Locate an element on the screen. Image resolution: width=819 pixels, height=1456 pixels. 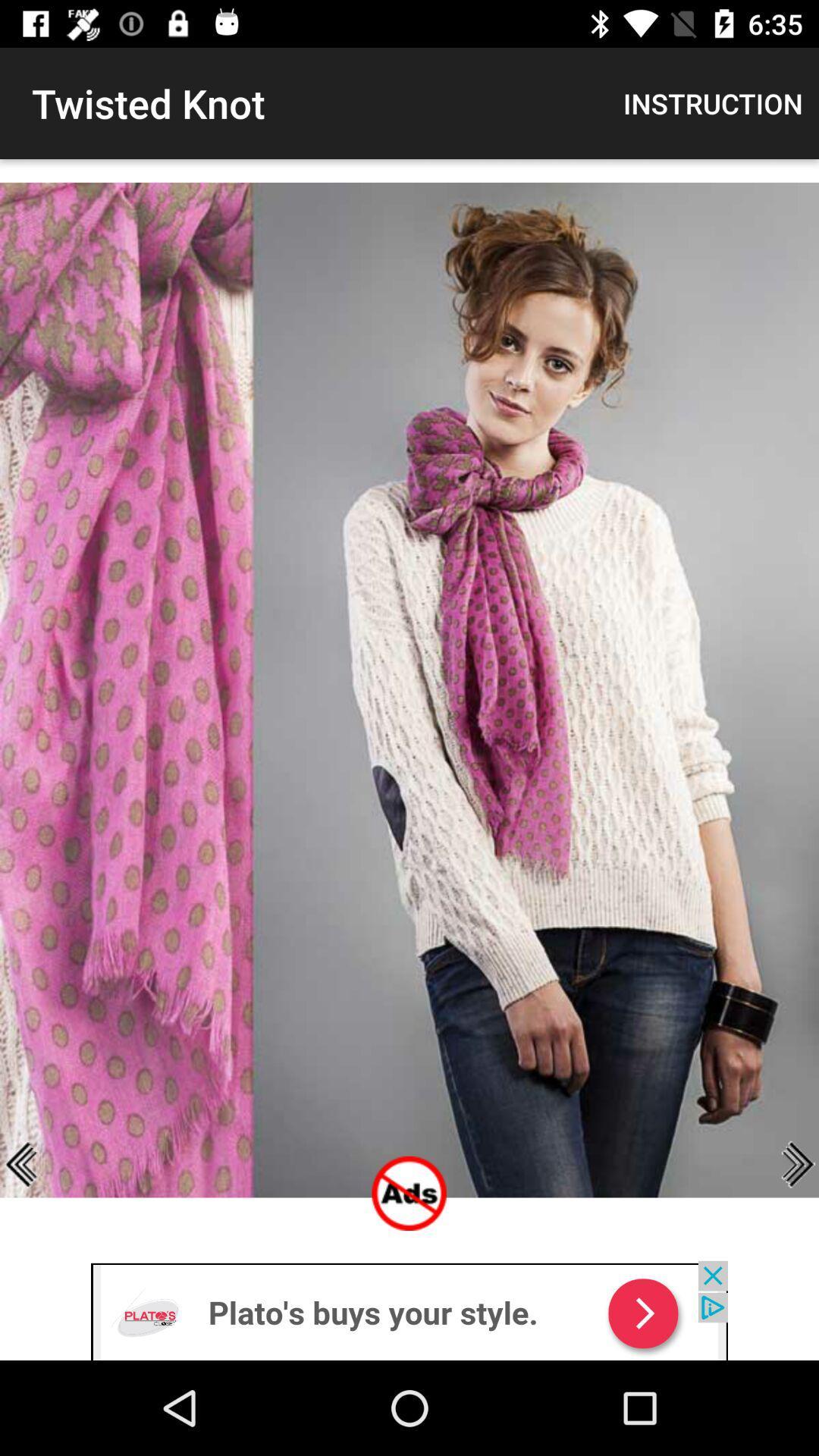
instruction item is located at coordinates (713, 102).